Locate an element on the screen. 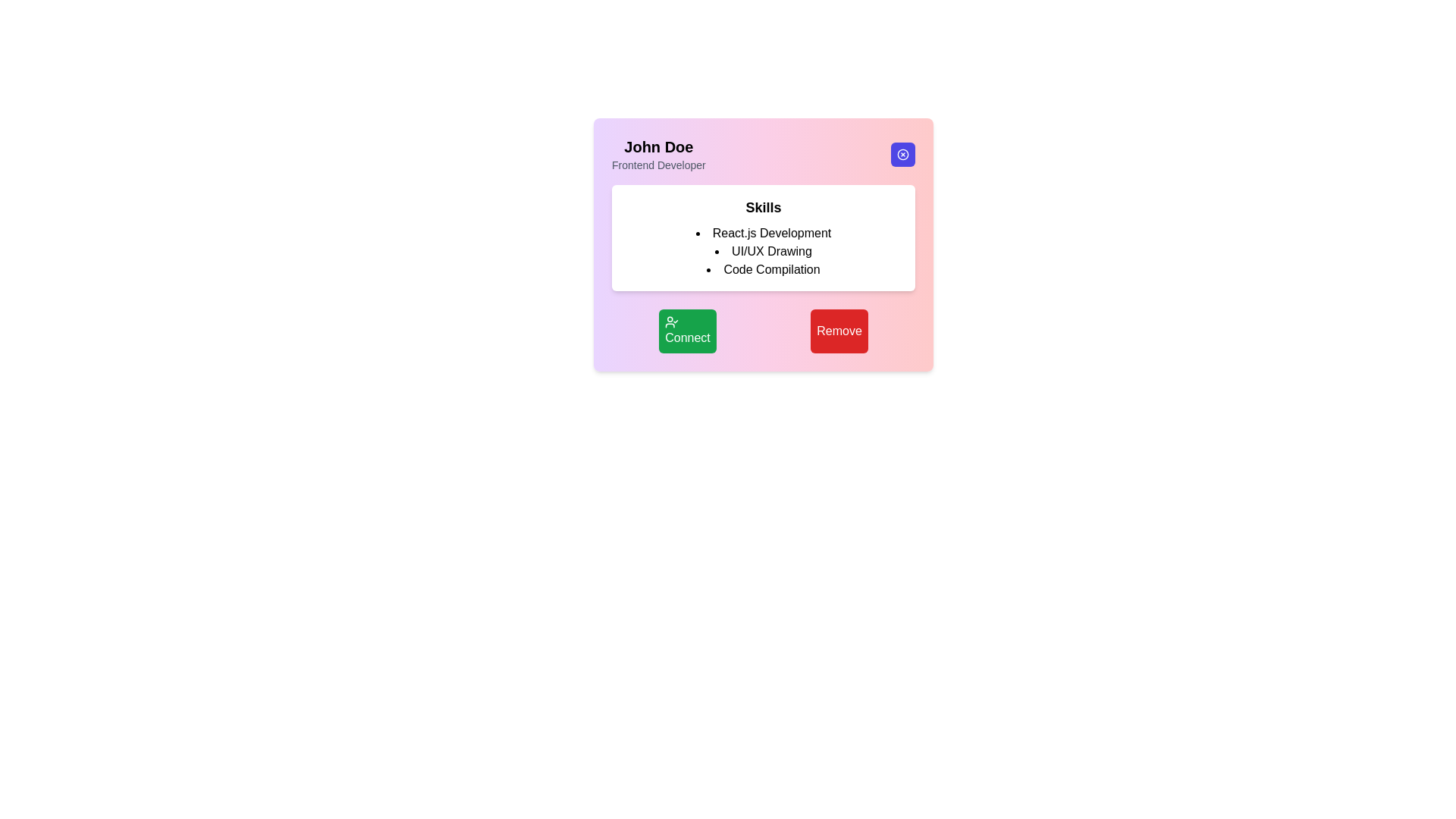 The width and height of the screenshot is (1456, 819). the 'Skills' text label, which is prominently styled in bold and large font at the top of a white rectangular box containing various skills is located at coordinates (764, 207).